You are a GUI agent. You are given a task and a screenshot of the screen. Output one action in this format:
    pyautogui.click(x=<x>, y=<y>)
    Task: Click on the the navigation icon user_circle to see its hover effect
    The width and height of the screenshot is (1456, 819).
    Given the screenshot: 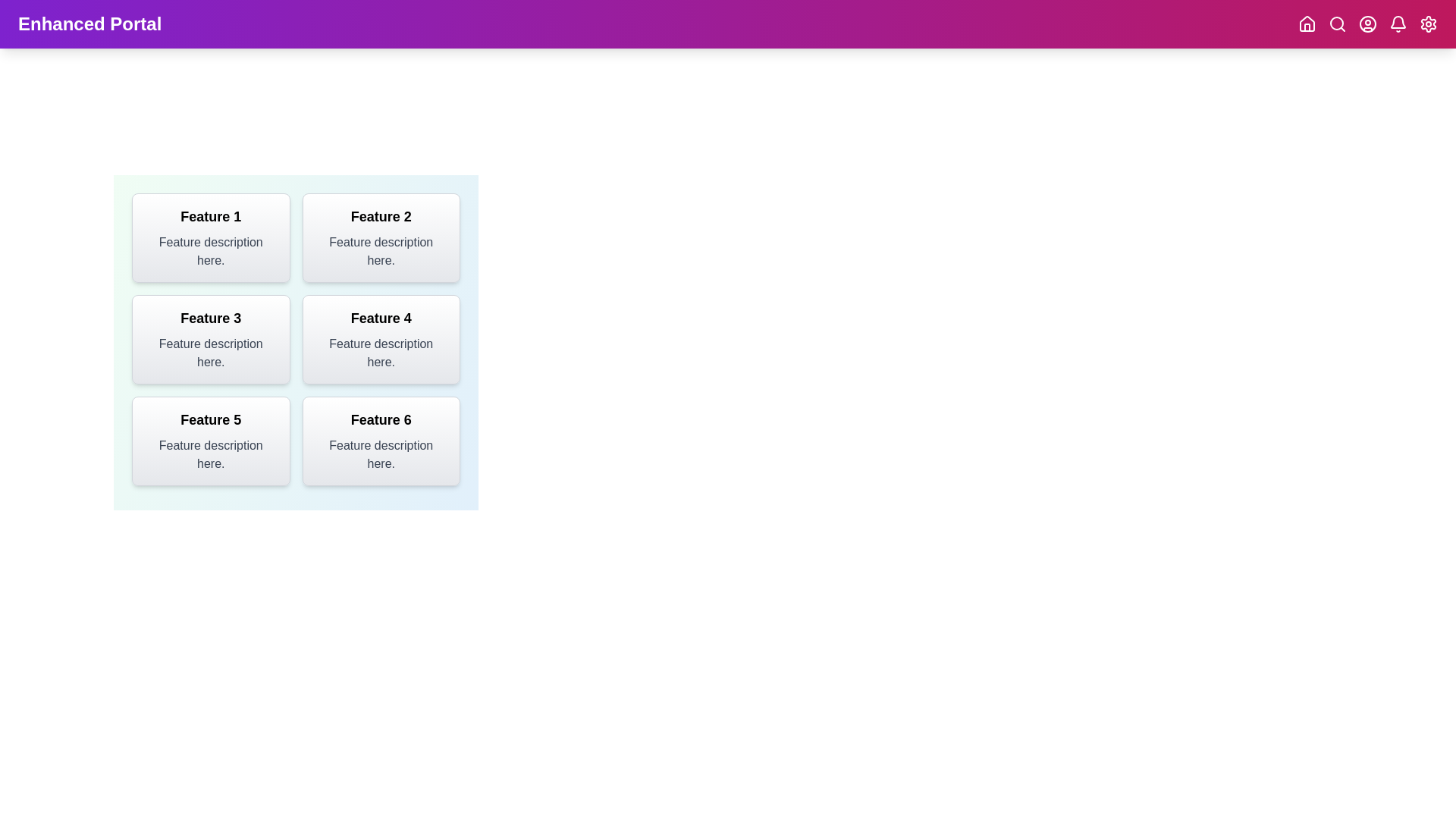 What is the action you would take?
    pyautogui.click(x=1368, y=24)
    